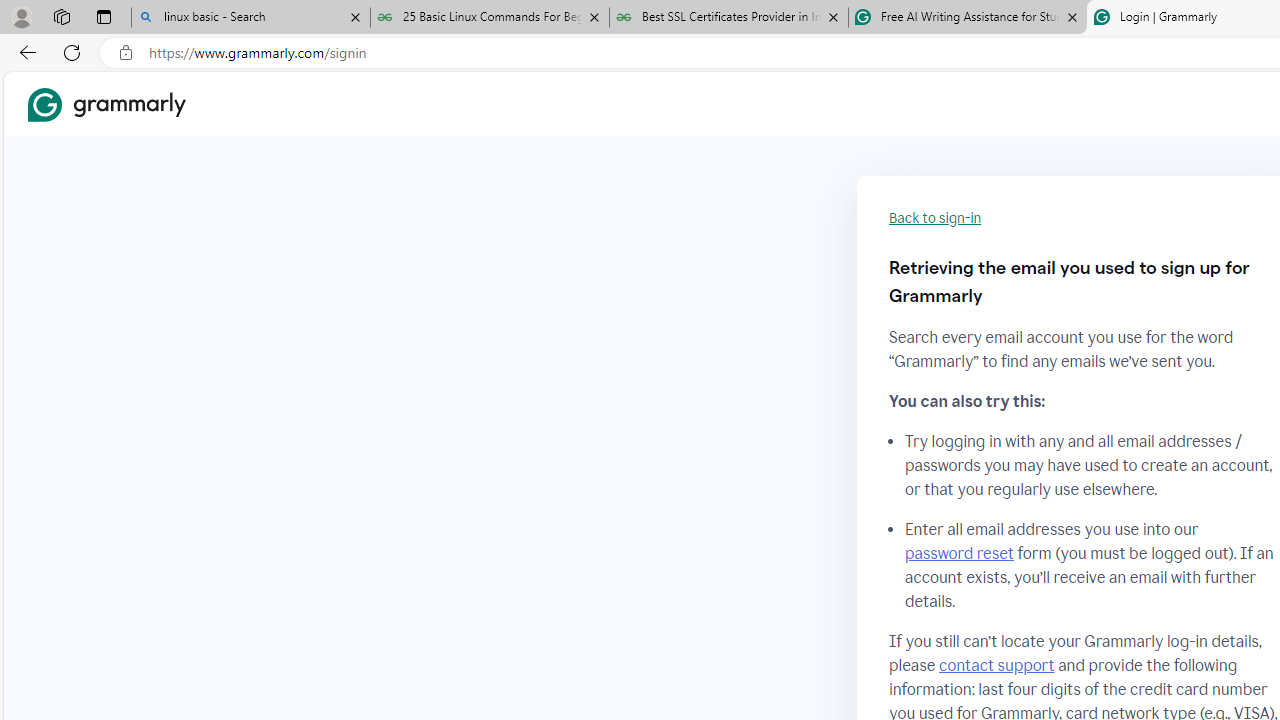  What do you see at coordinates (105, 104) in the screenshot?
I see `'Grammarly Home'` at bounding box center [105, 104].